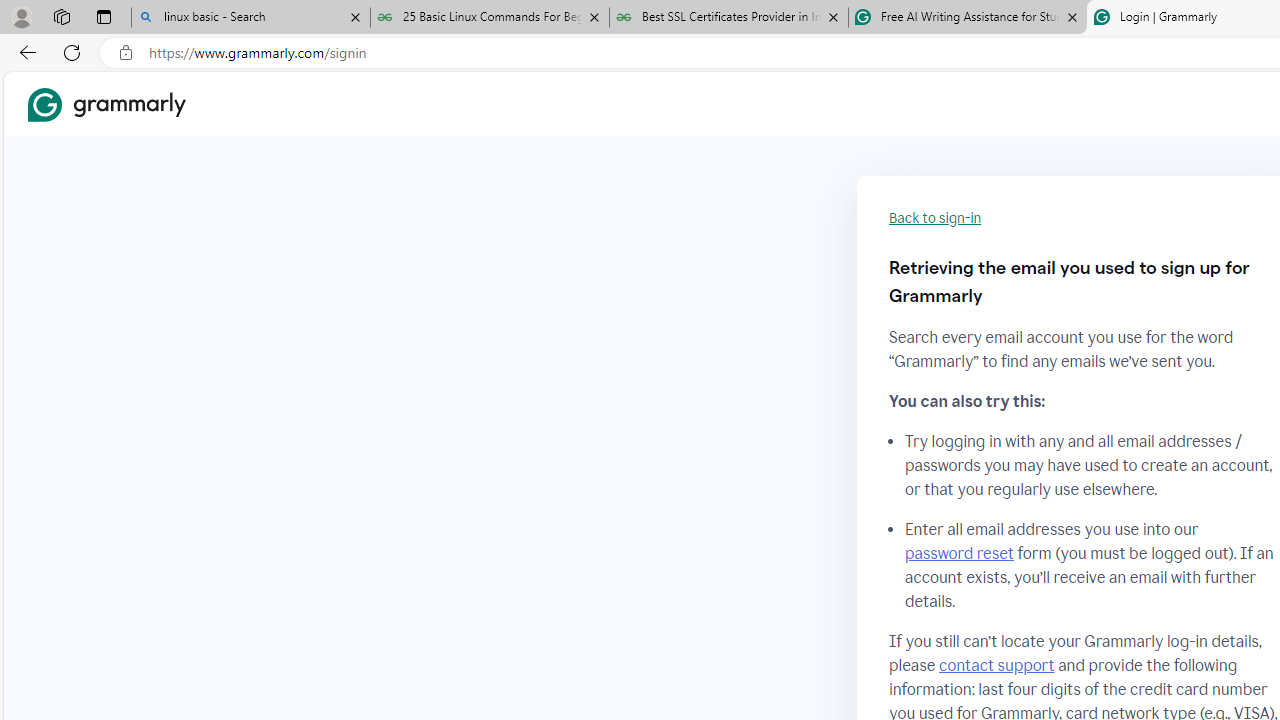  What do you see at coordinates (105, 104) in the screenshot?
I see `'Grammarly Home'` at bounding box center [105, 104].